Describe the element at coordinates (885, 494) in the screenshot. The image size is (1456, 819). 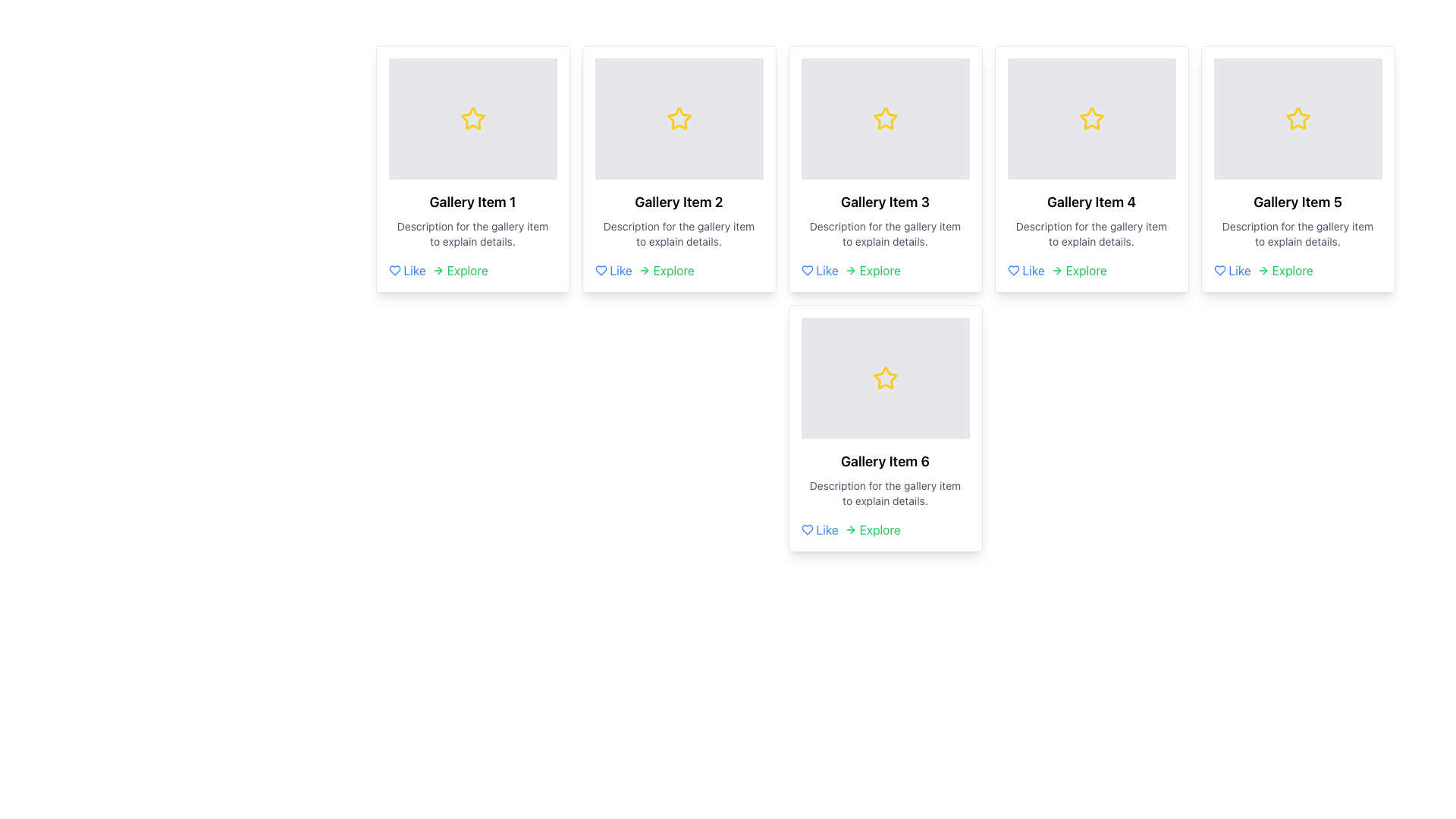
I see `the text block that provides a brief description for 'Gallery Item 6', located beneath the title within the card` at that location.